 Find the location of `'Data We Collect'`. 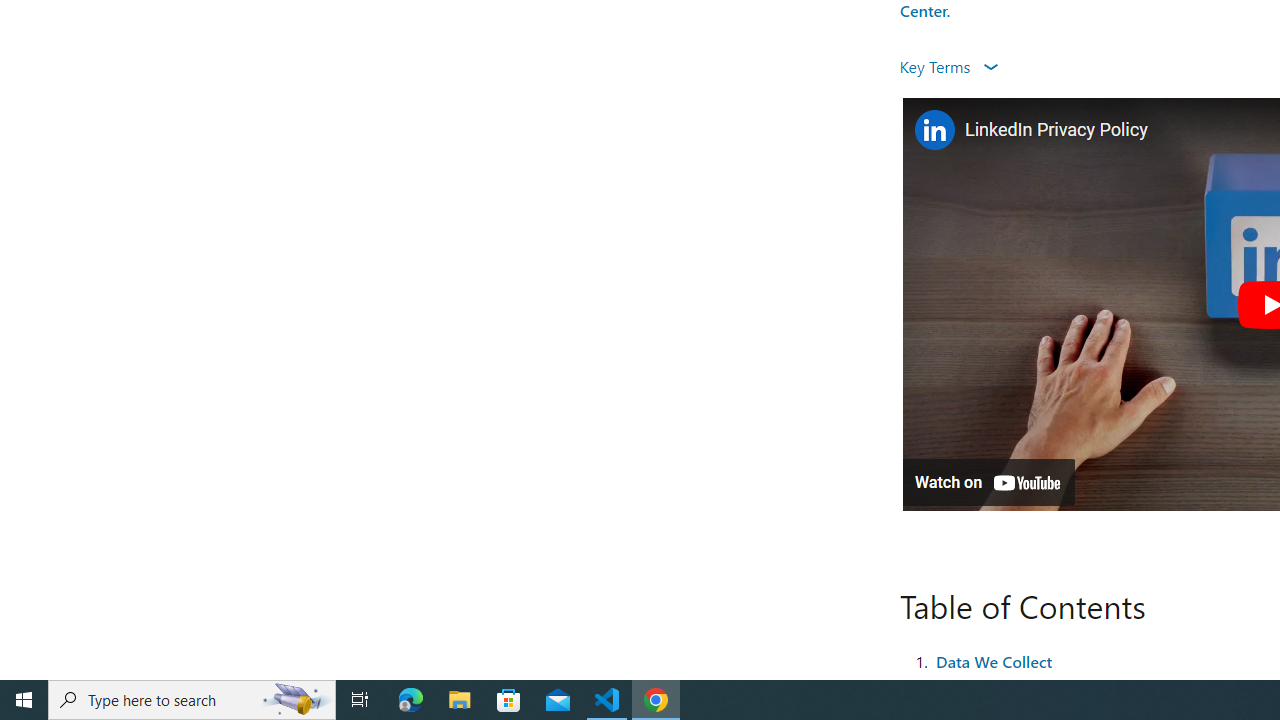

'Data We Collect' is located at coordinates (993, 660).